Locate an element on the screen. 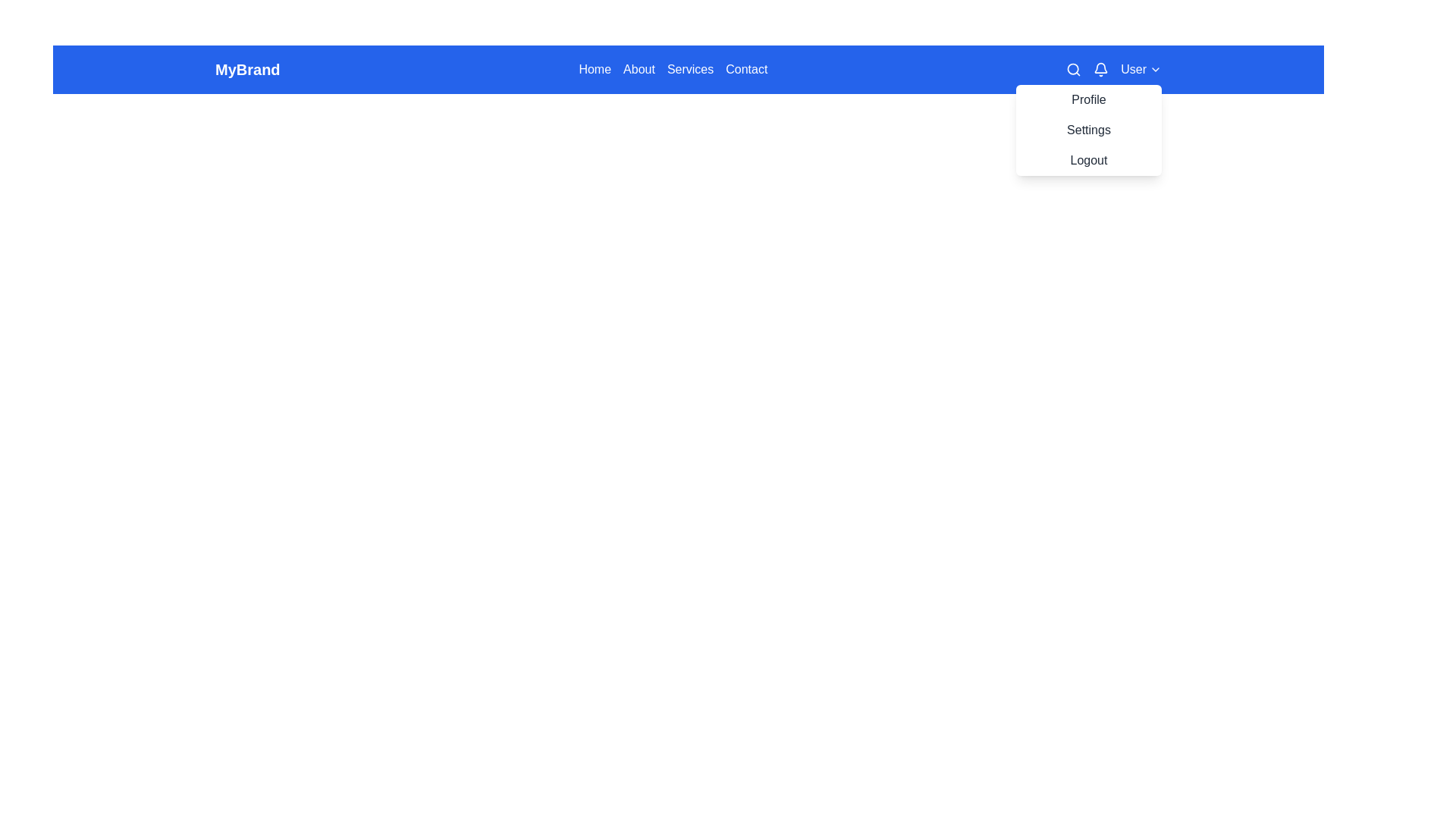 The height and width of the screenshot is (819, 1456). the 'Logout' link in the dropdown menu under the 'User' menu located at the top-right corner of the page to log out is located at coordinates (1087, 161).